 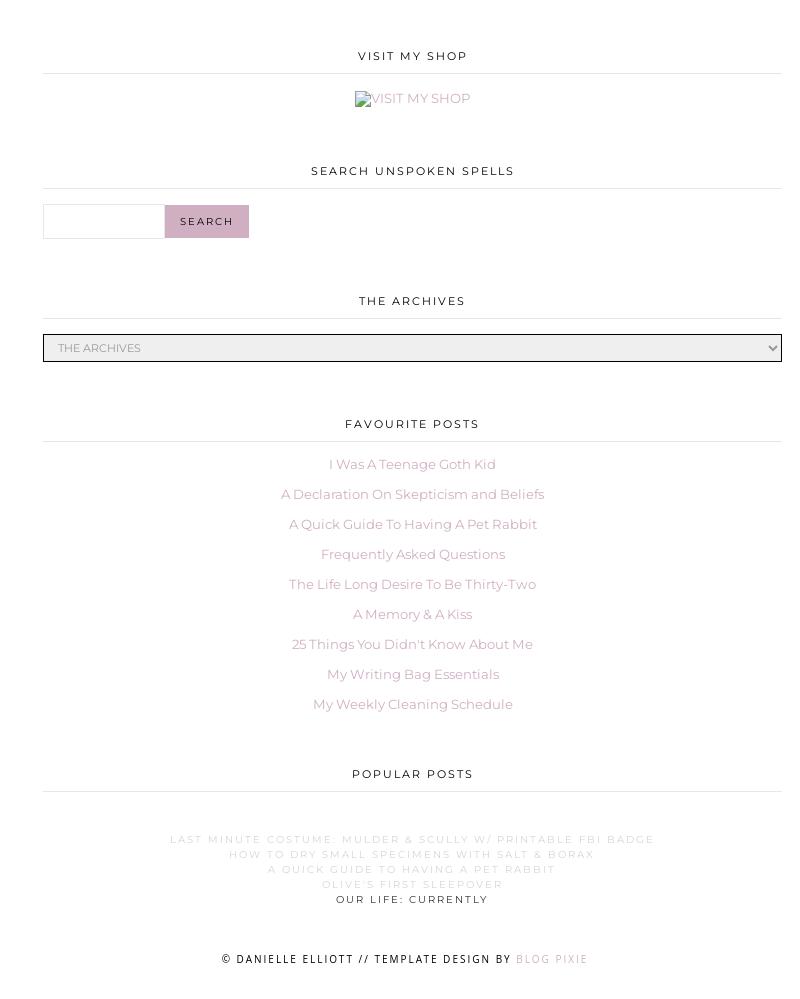 I want to click on 'Olive's First Sleepover', so click(x=411, y=883).